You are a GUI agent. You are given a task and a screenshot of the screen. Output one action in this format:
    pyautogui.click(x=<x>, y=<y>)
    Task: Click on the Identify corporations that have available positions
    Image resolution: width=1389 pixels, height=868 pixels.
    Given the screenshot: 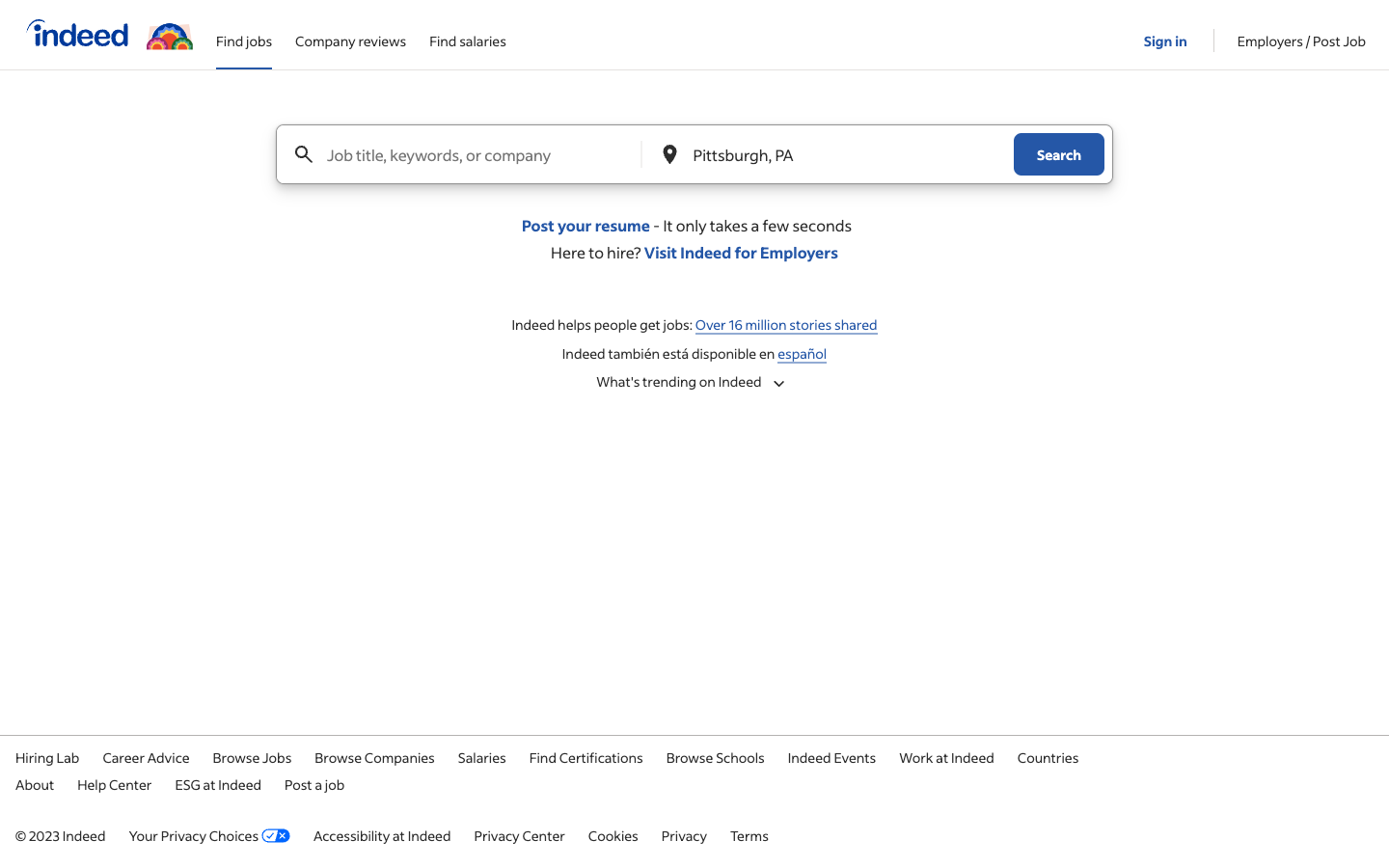 What is the action you would take?
    pyautogui.click(x=373, y=755)
    